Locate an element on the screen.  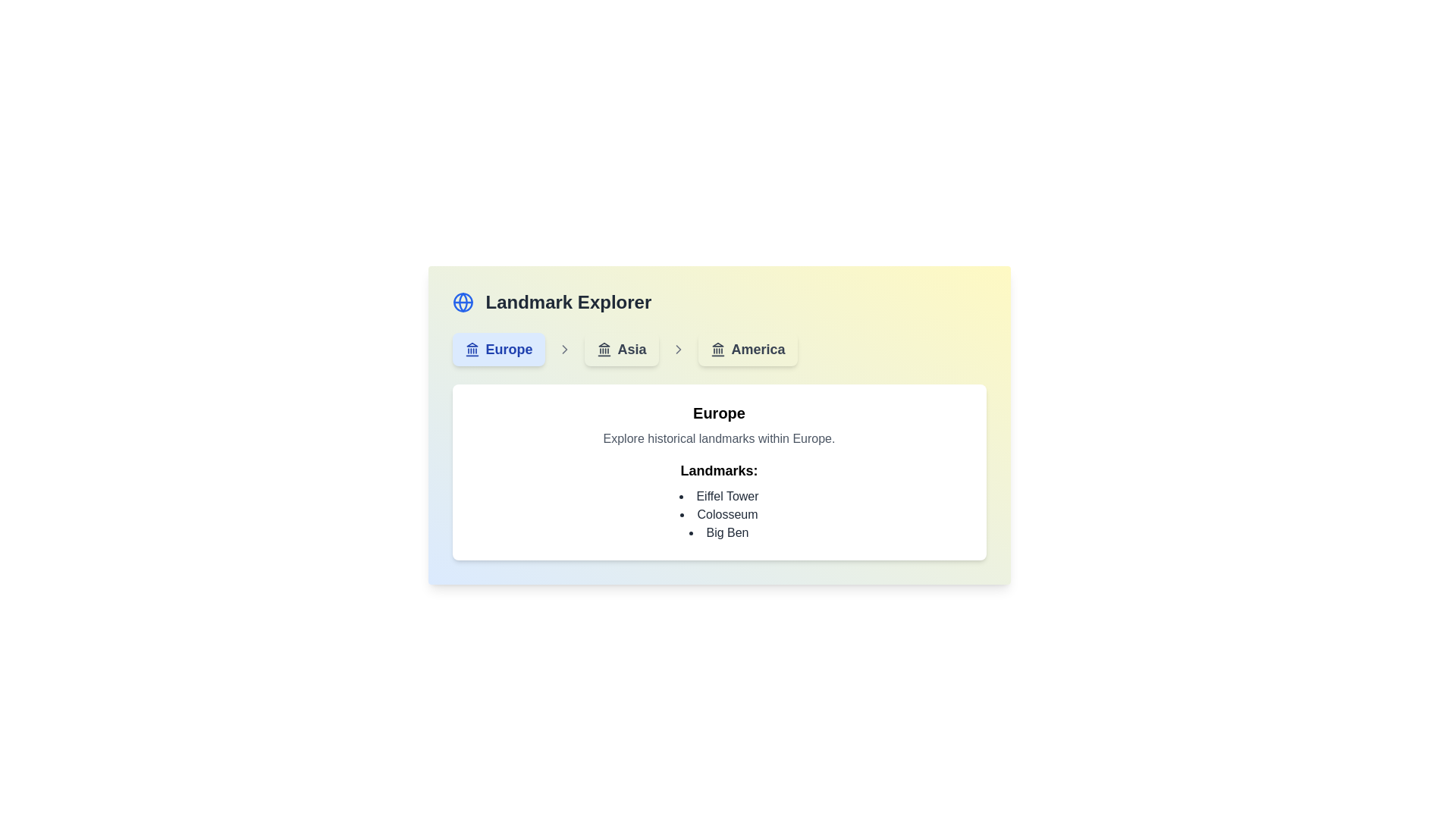
the right-pointing chevron icon, which is located between the 'Asia' and 'America' buttons is located at coordinates (677, 350).